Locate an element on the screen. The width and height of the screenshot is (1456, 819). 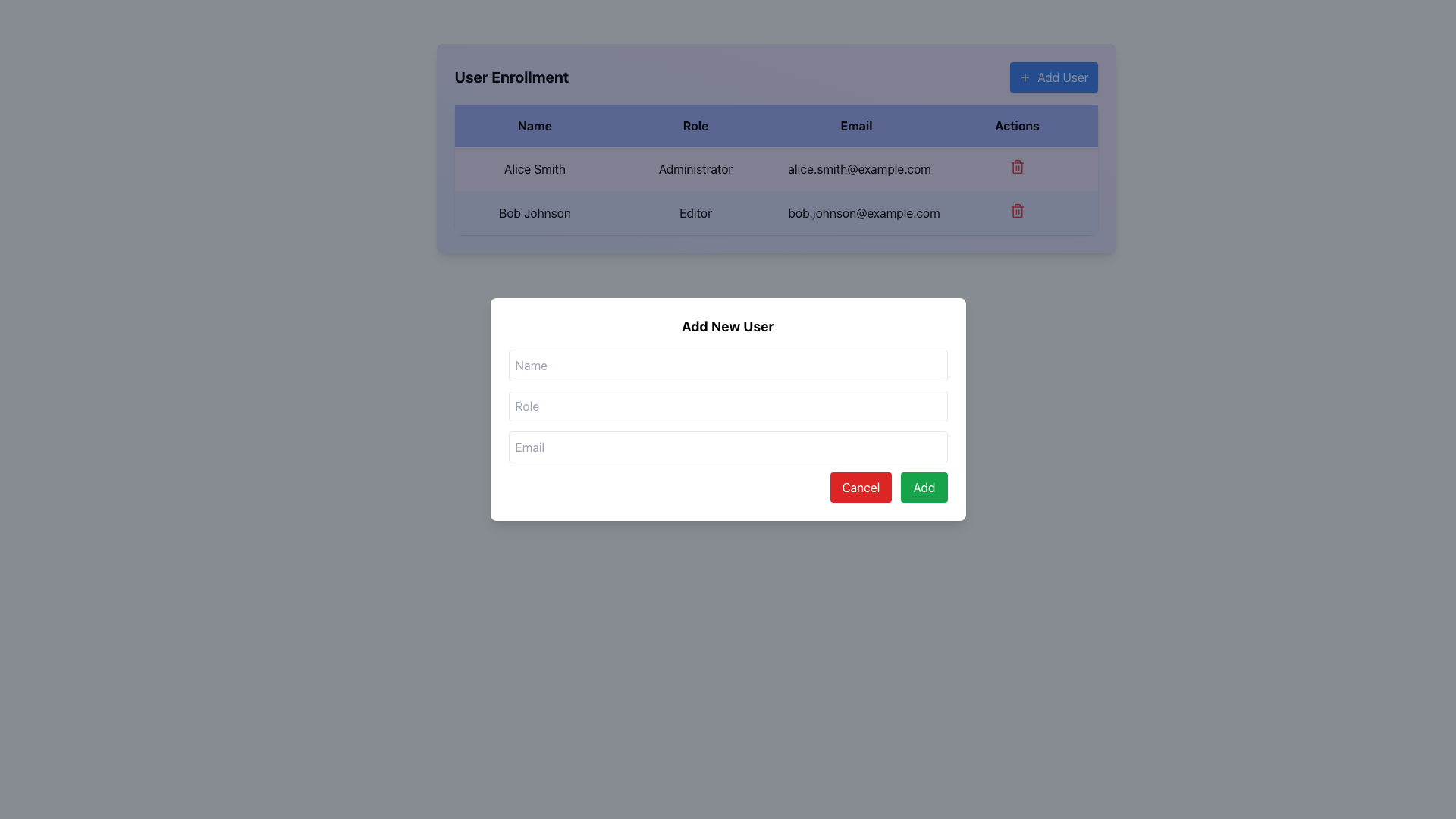
the 'Add' button with a green background in the bottom-right section of the 'Add New User' modal dialog is located at coordinates (924, 488).